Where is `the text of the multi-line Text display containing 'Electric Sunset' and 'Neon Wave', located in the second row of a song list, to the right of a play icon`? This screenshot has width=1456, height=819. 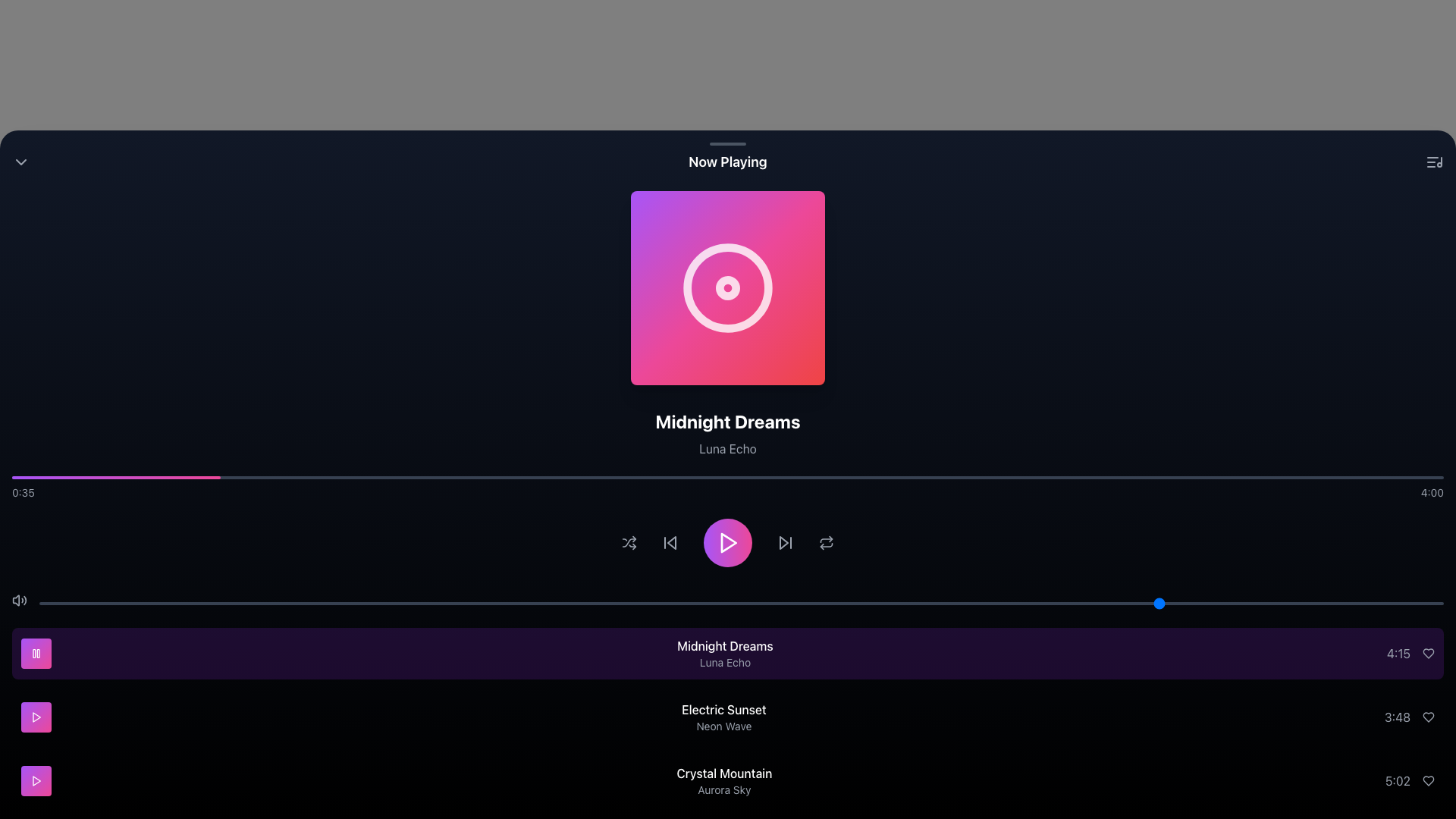 the text of the multi-line Text display containing 'Electric Sunset' and 'Neon Wave', located in the second row of a song list, to the right of a play icon is located at coordinates (723, 717).